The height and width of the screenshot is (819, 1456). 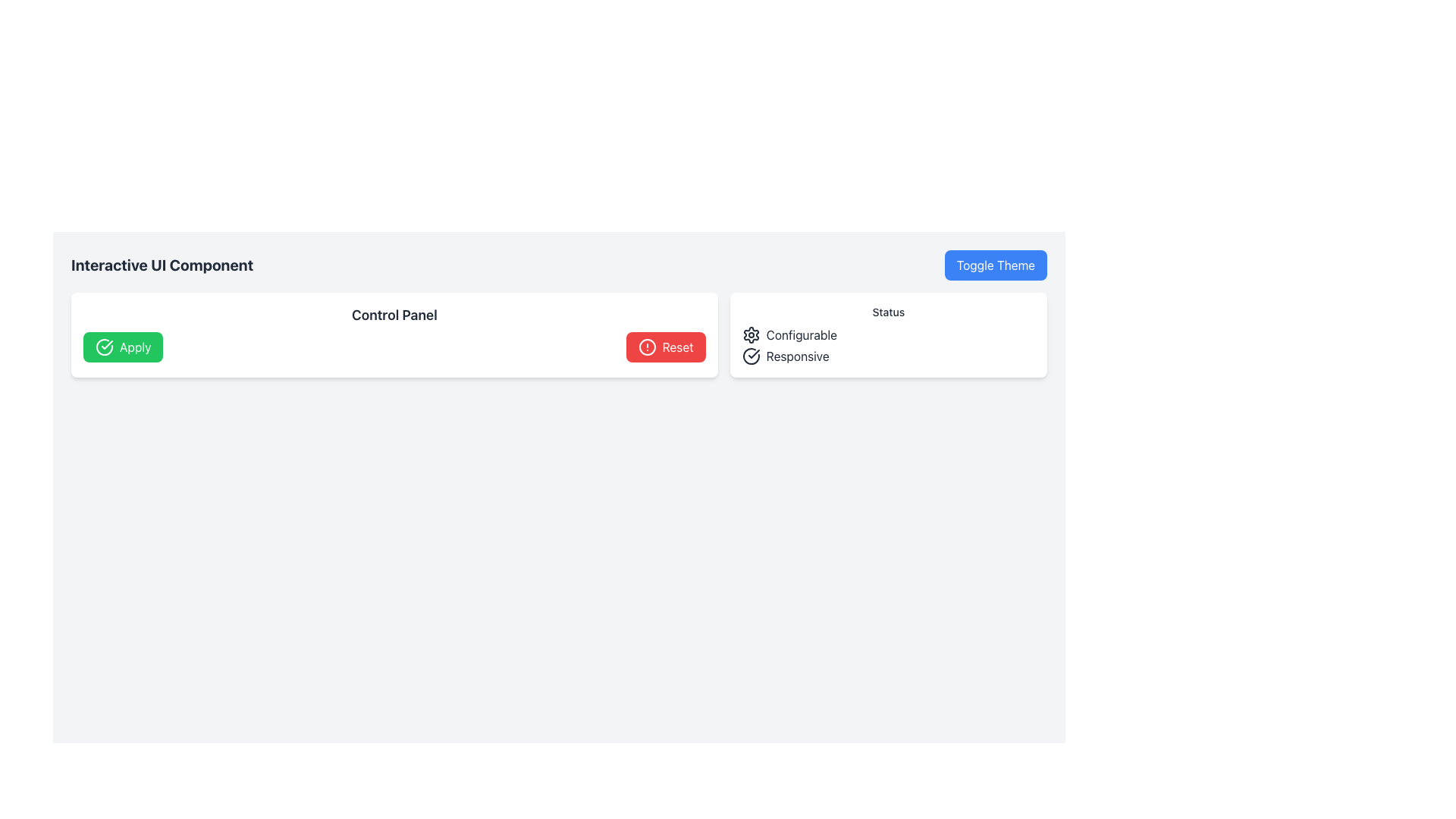 What do you see at coordinates (666, 347) in the screenshot?
I see `the reset button located on the right side of the Control Panel, which is the second button following the green Apply button` at bounding box center [666, 347].